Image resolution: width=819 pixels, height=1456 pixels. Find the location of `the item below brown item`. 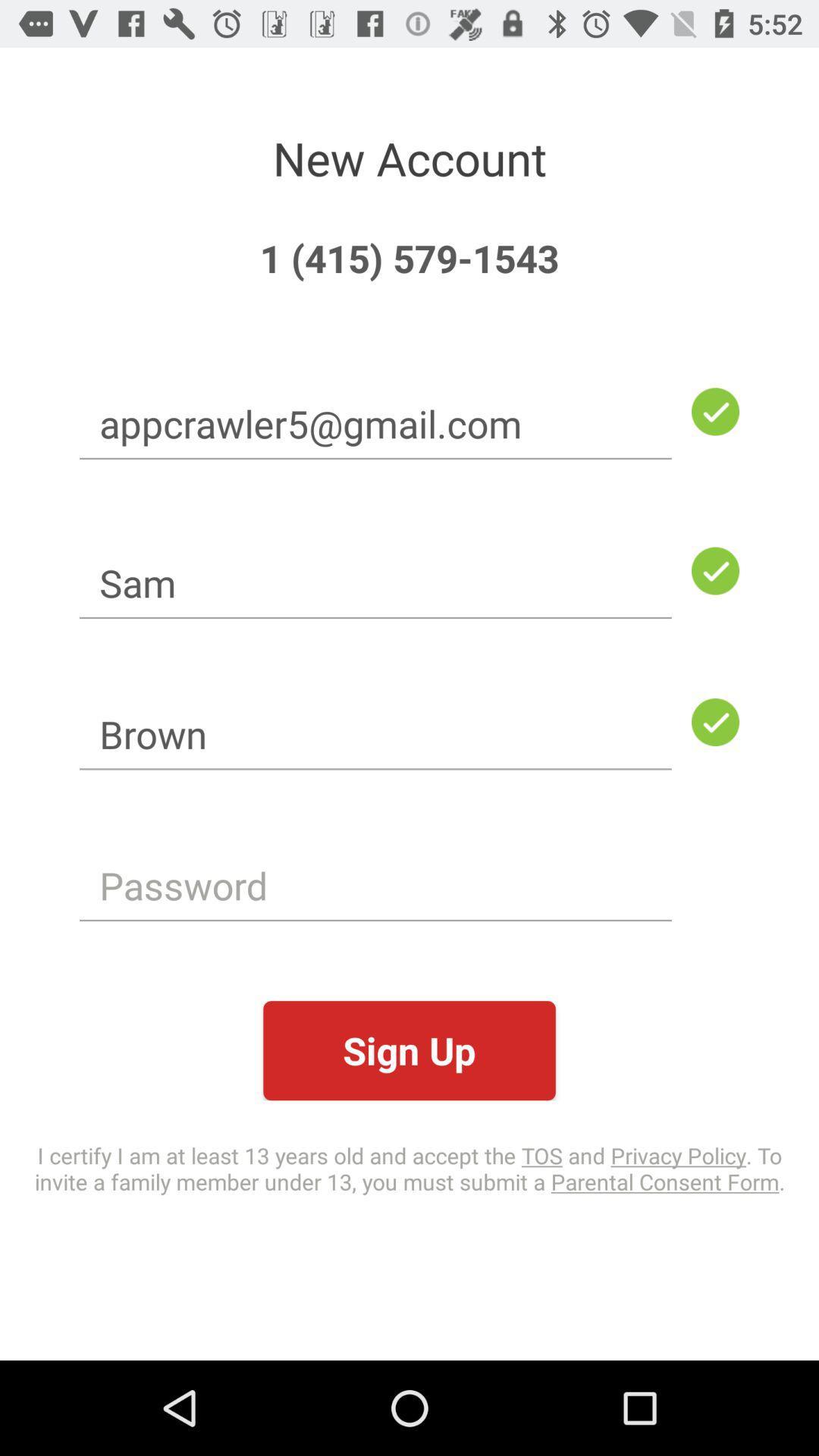

the item below brown item is located at coordinates (375, 885).